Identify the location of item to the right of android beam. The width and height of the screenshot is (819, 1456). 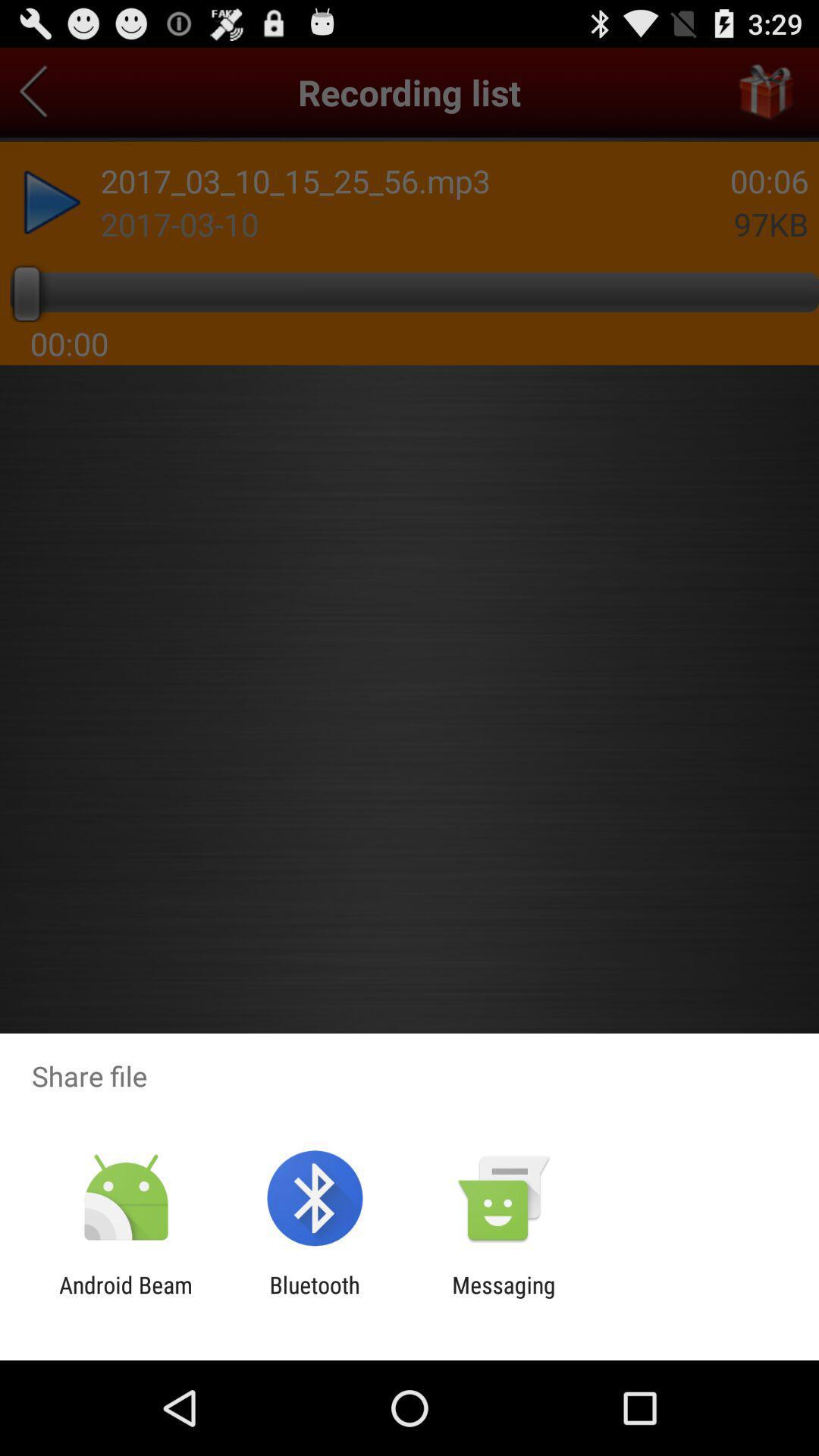
(314, 1298).